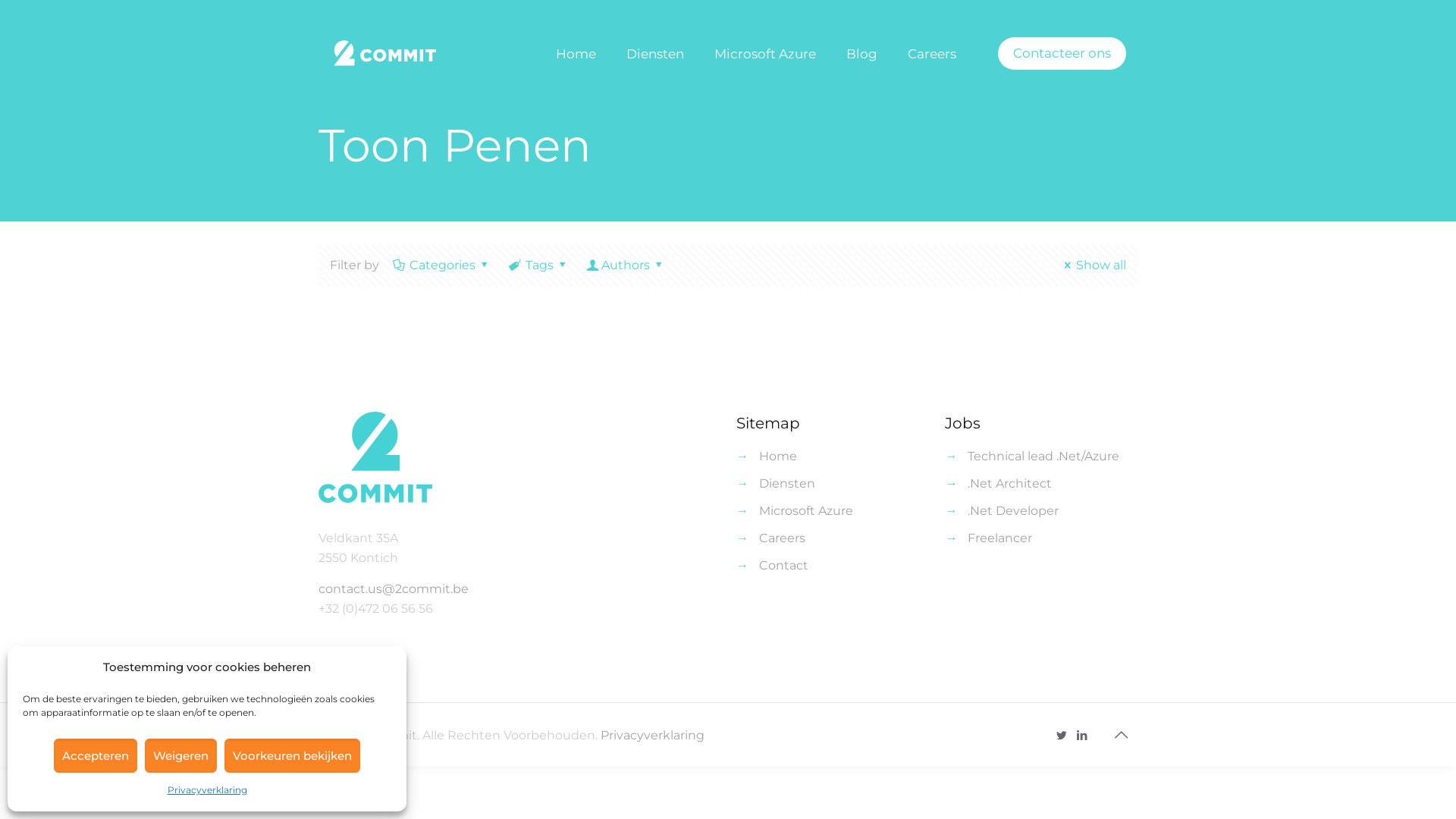 The image size is (1456, 819). What do you see at coordinates (94, 755) in the screenshot?
I see `'Accepteren'` at bounding box center [94, 755].